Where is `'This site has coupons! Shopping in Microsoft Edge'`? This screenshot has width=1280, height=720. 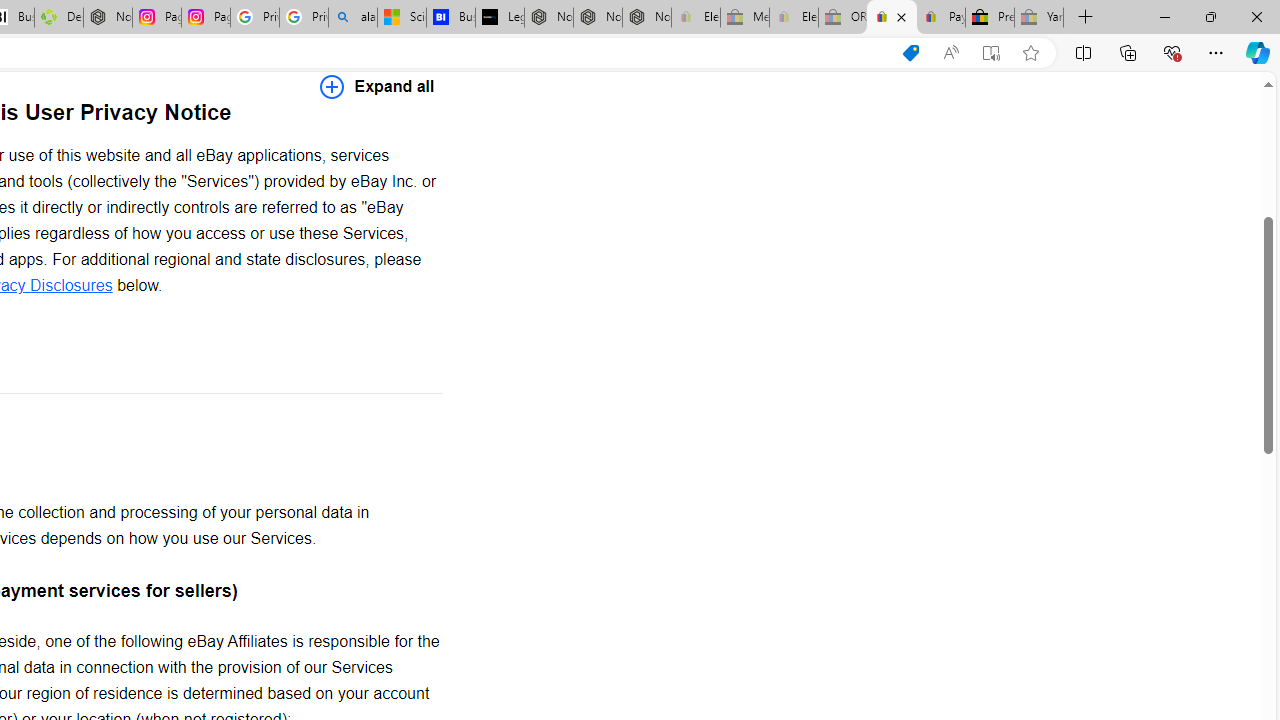
'This site has coupons! Shopping in Microsoft Edge' is located at coordinates (909, 52).